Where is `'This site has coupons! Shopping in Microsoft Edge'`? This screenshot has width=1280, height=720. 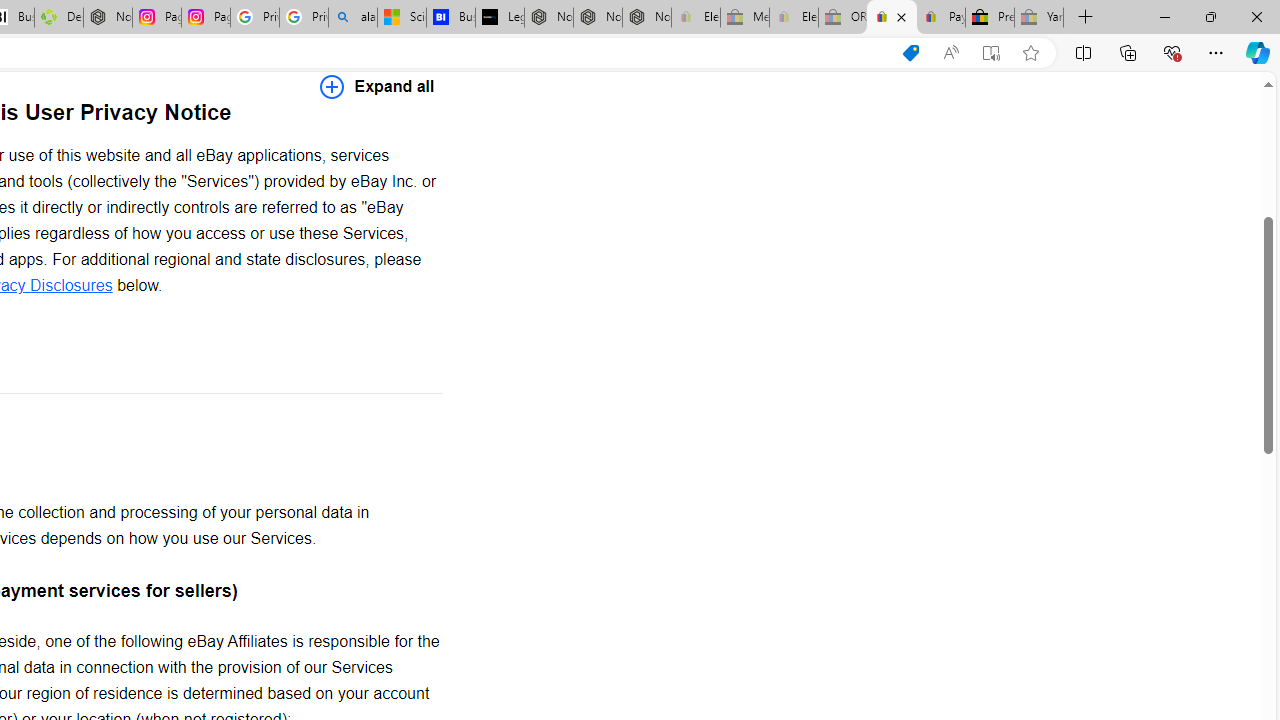
'This site has coupons! Shopping in Microsoft Edge' is located at coordinates (909, 52).